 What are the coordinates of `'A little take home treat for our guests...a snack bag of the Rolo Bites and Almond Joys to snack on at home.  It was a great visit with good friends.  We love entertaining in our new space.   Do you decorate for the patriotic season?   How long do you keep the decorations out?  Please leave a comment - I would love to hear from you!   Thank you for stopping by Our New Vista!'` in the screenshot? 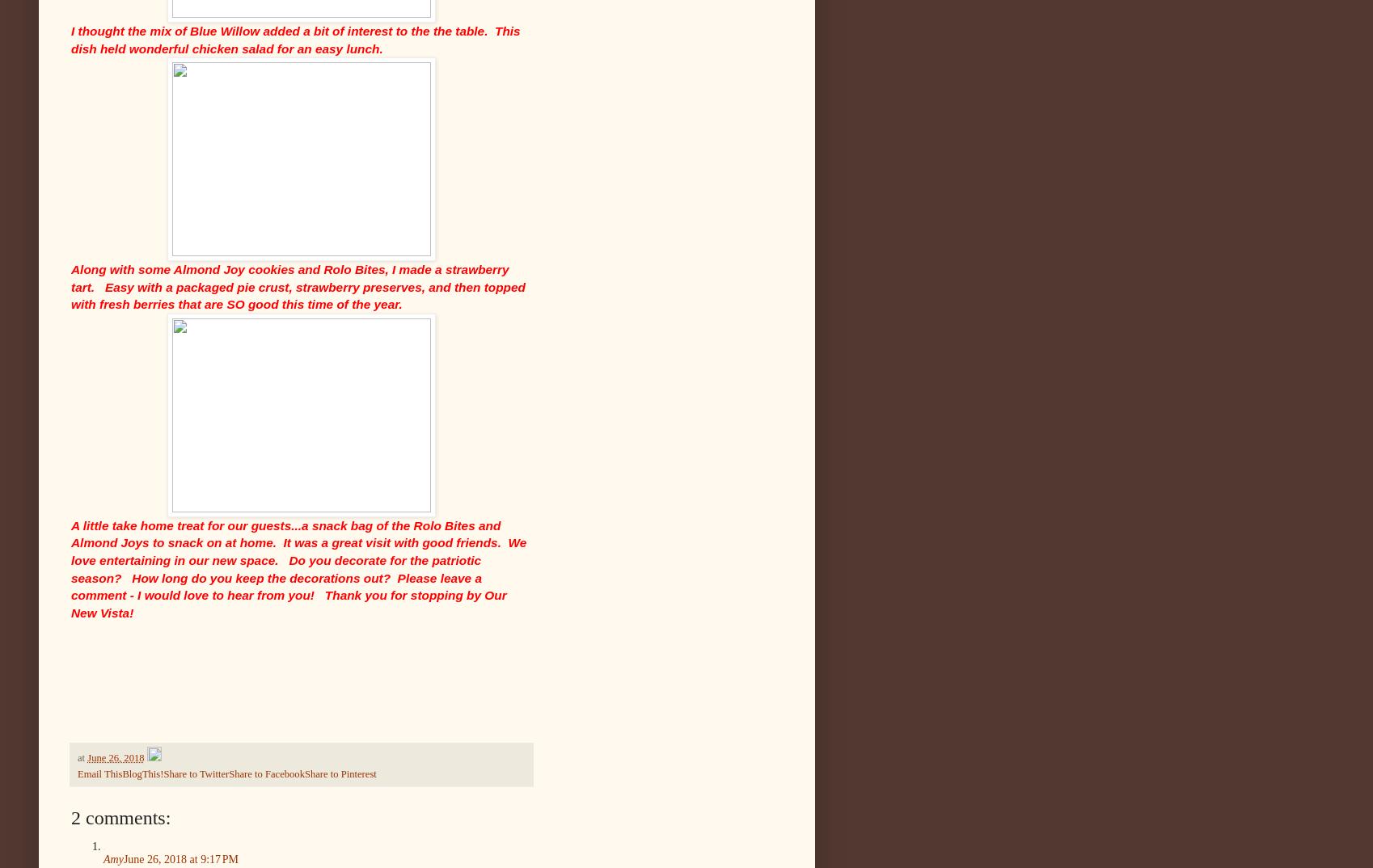 It's located at (298, 568).